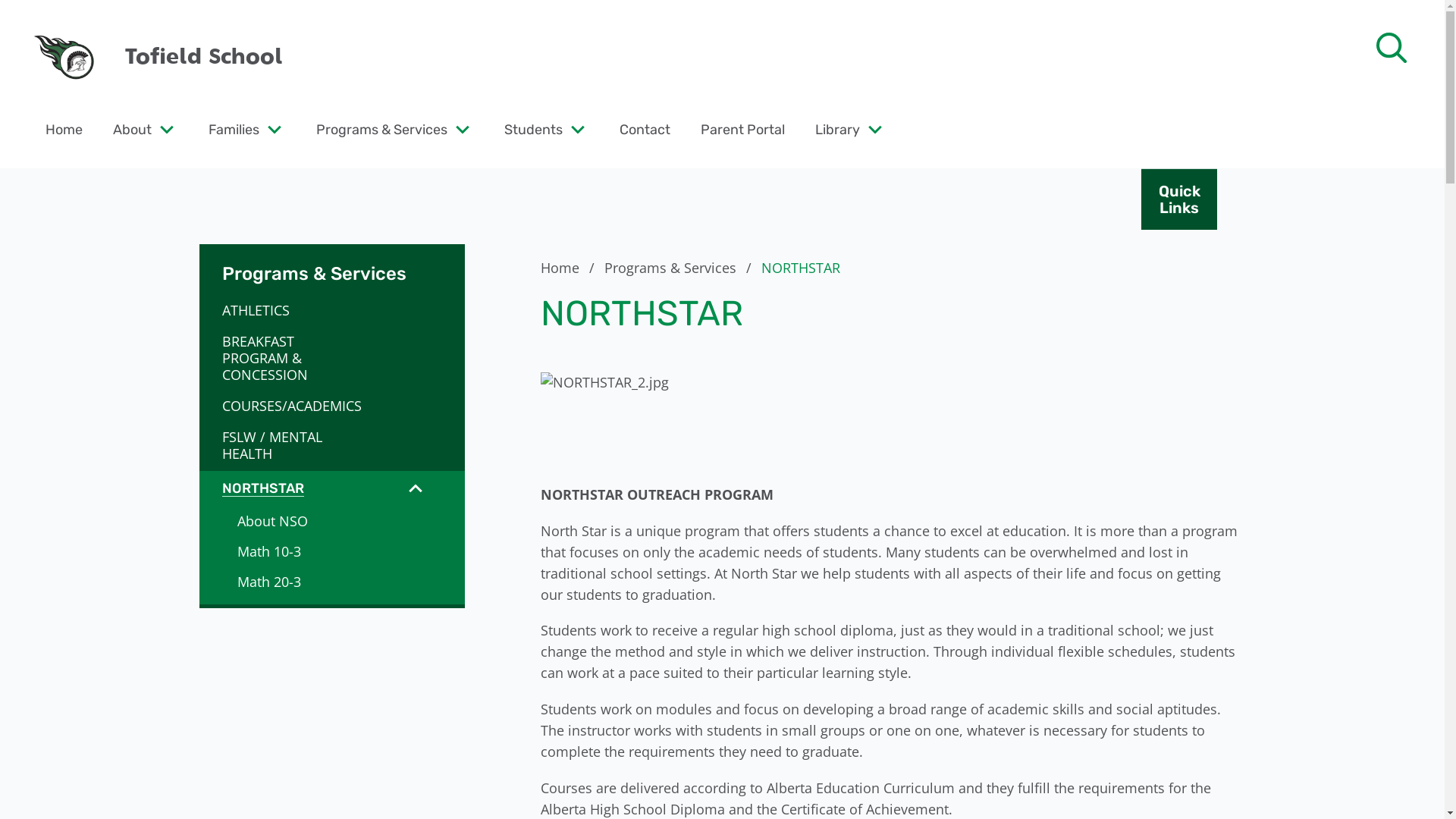 The height and width of the screenshot is (819, 1456). What do you see at coordinates (533, 128) in the screenshot?
I see `'Students'` at bounding box center [533, 128].